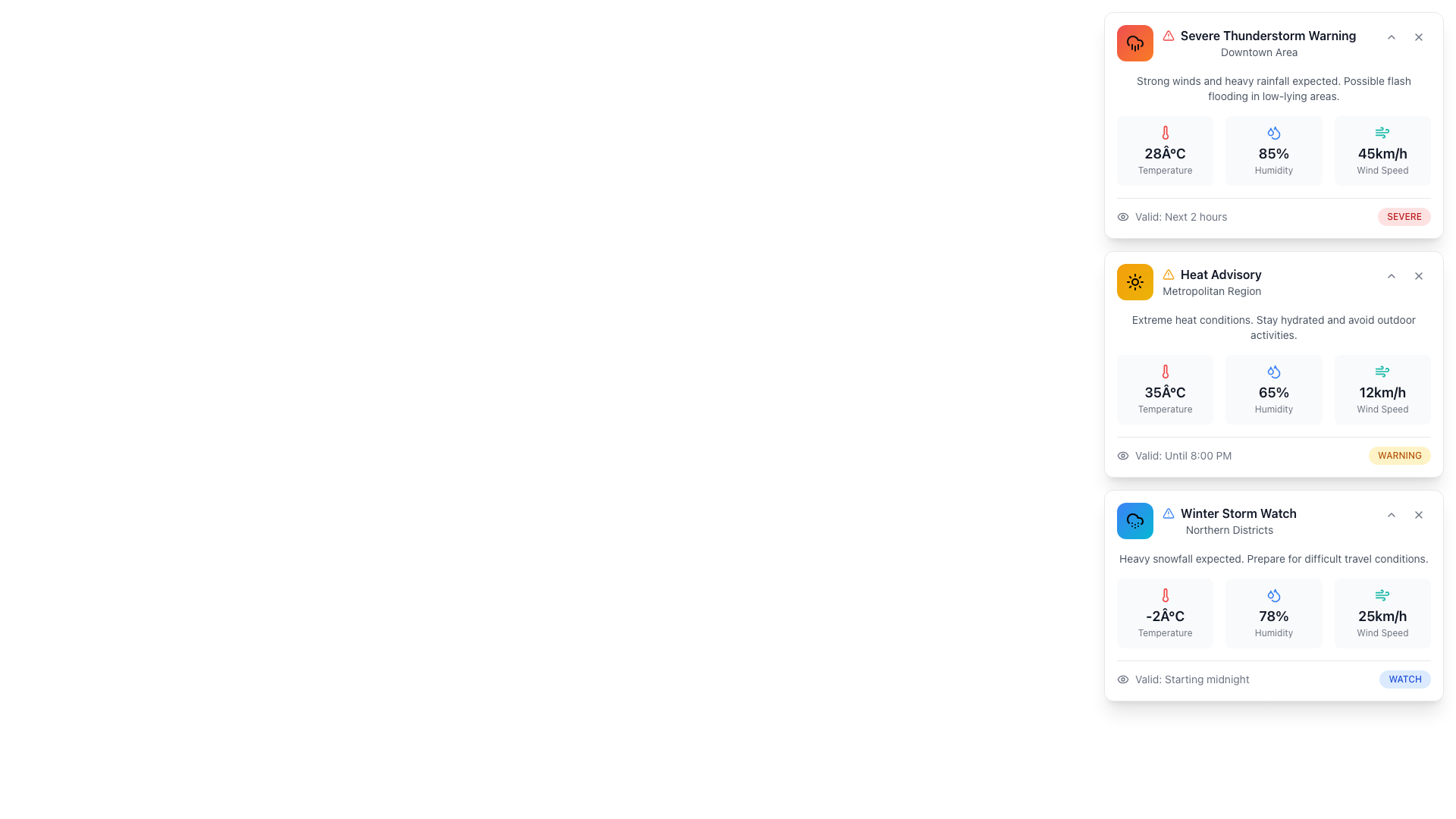 This screenshot has width=1456, height=819. Describe the element at coordinates (1382, 409) in the screenshot. I see `the 'Wind Speed' text label, which is styled in a small, light gray font and positioned below the numerical wind speed value '12km/h' within the 'Heat Advisory' card` at that location.